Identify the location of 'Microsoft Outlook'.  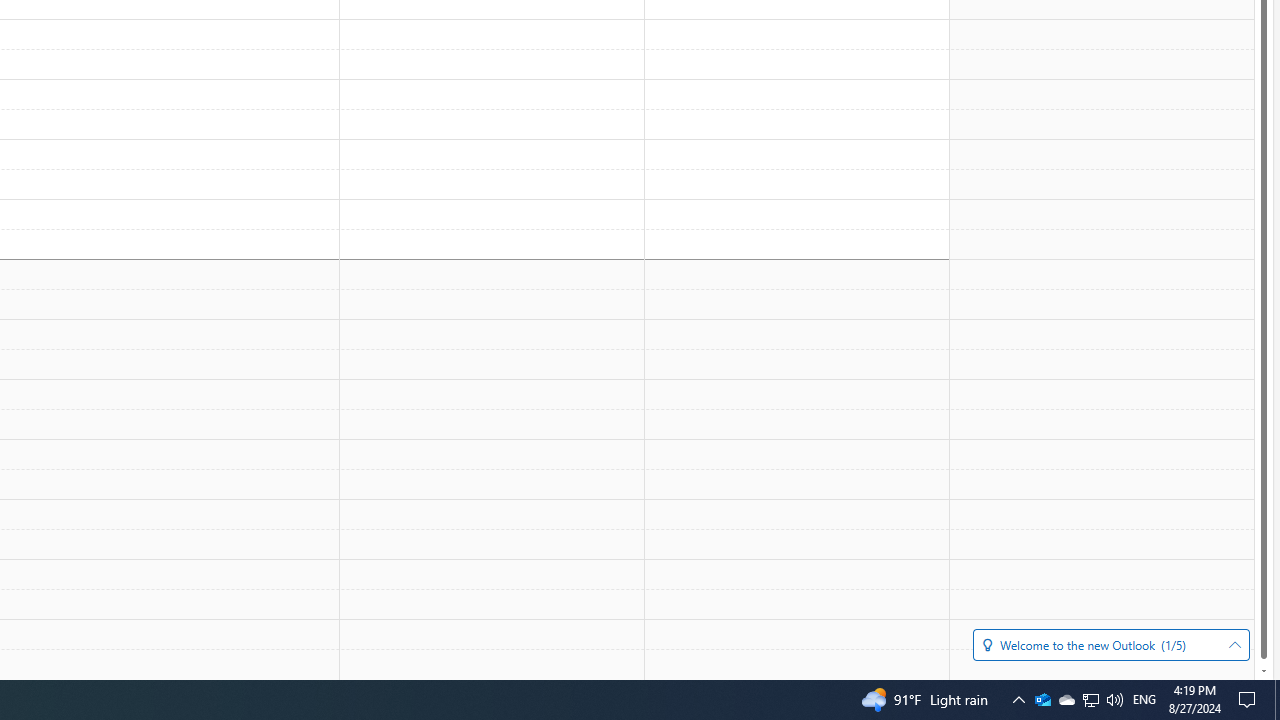
(1041, 698).